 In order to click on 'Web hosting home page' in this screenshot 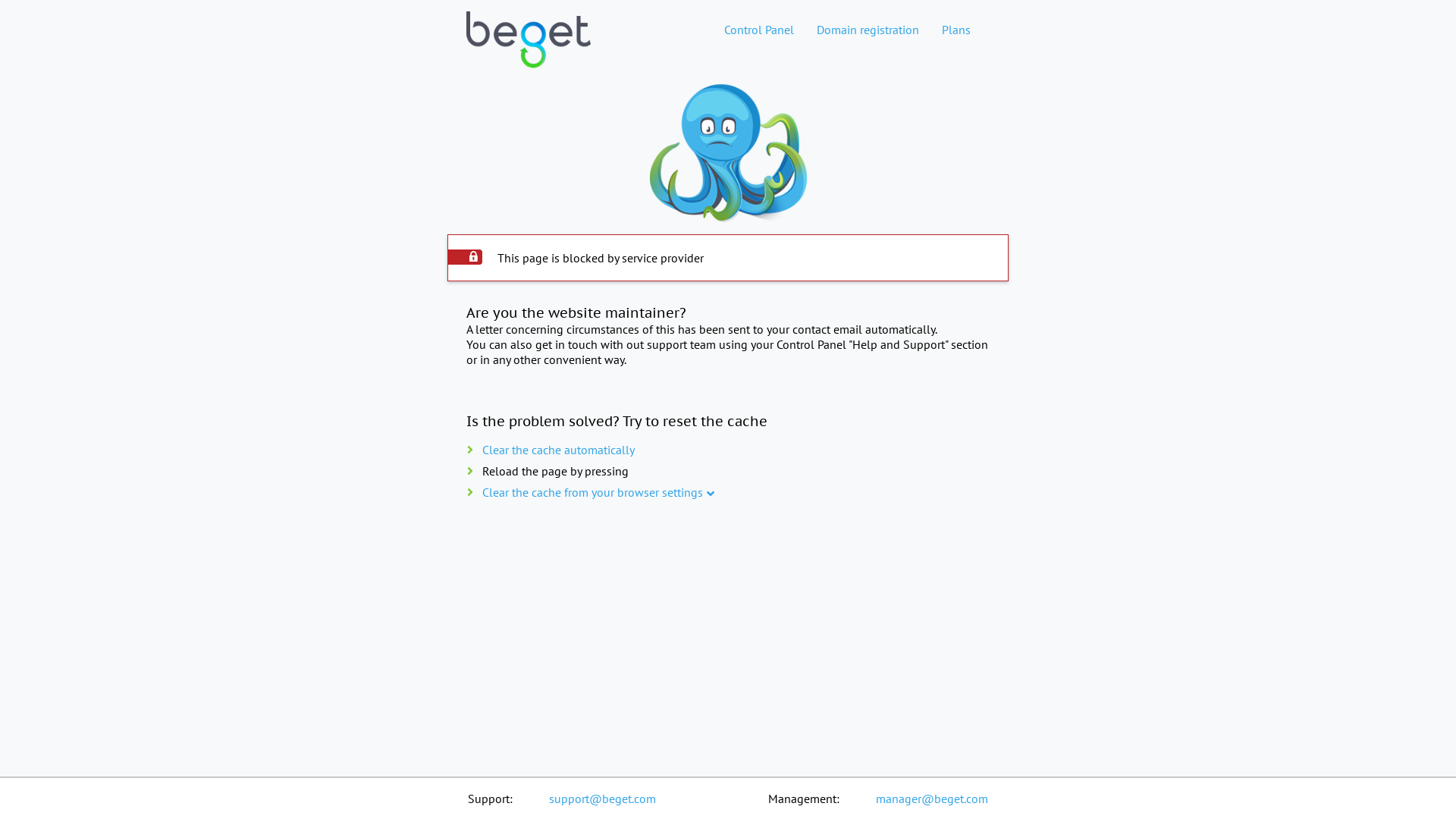, I will do `click(528, 52)`.